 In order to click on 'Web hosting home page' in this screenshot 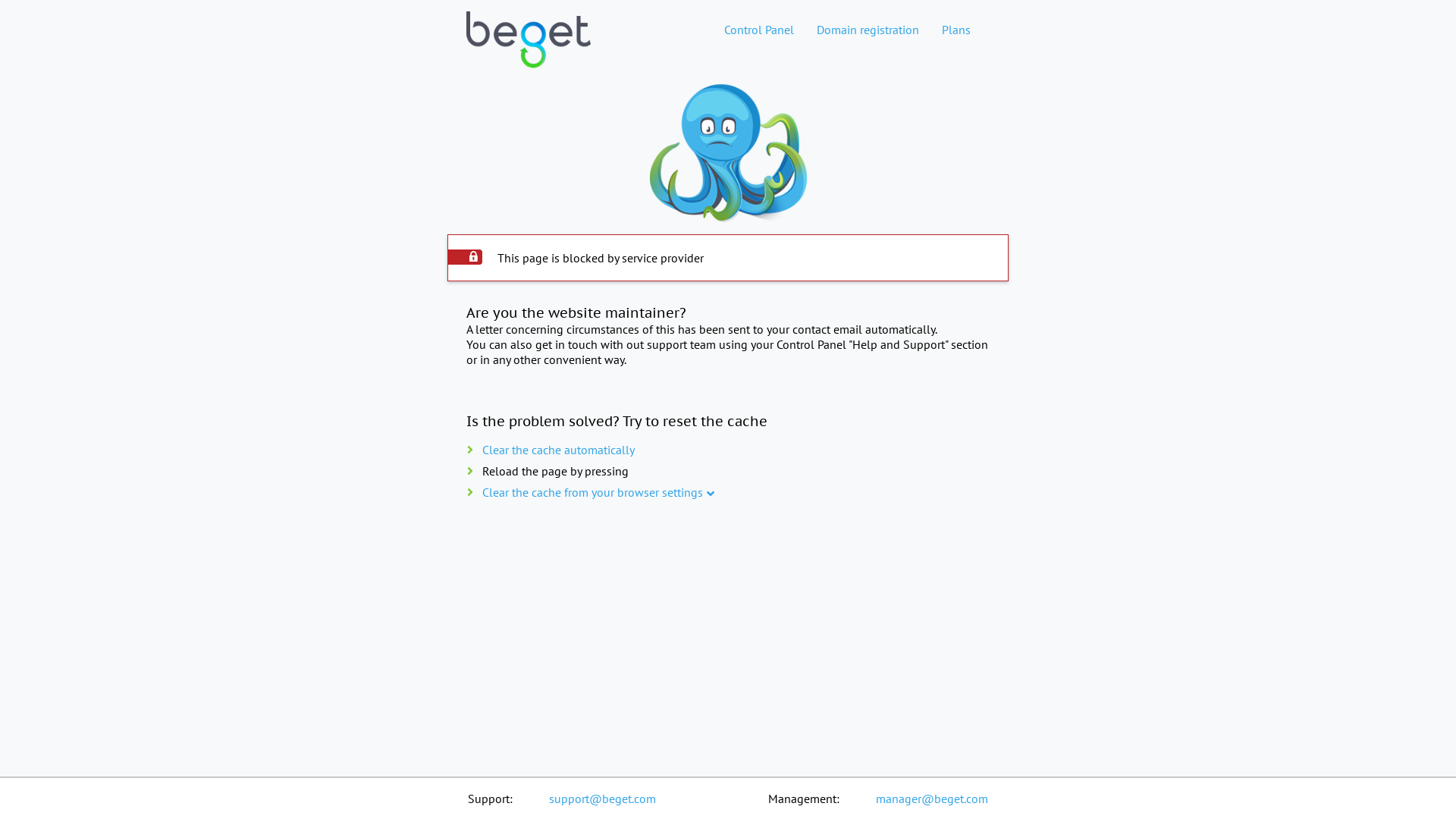, I will do `click(528, 52)`.